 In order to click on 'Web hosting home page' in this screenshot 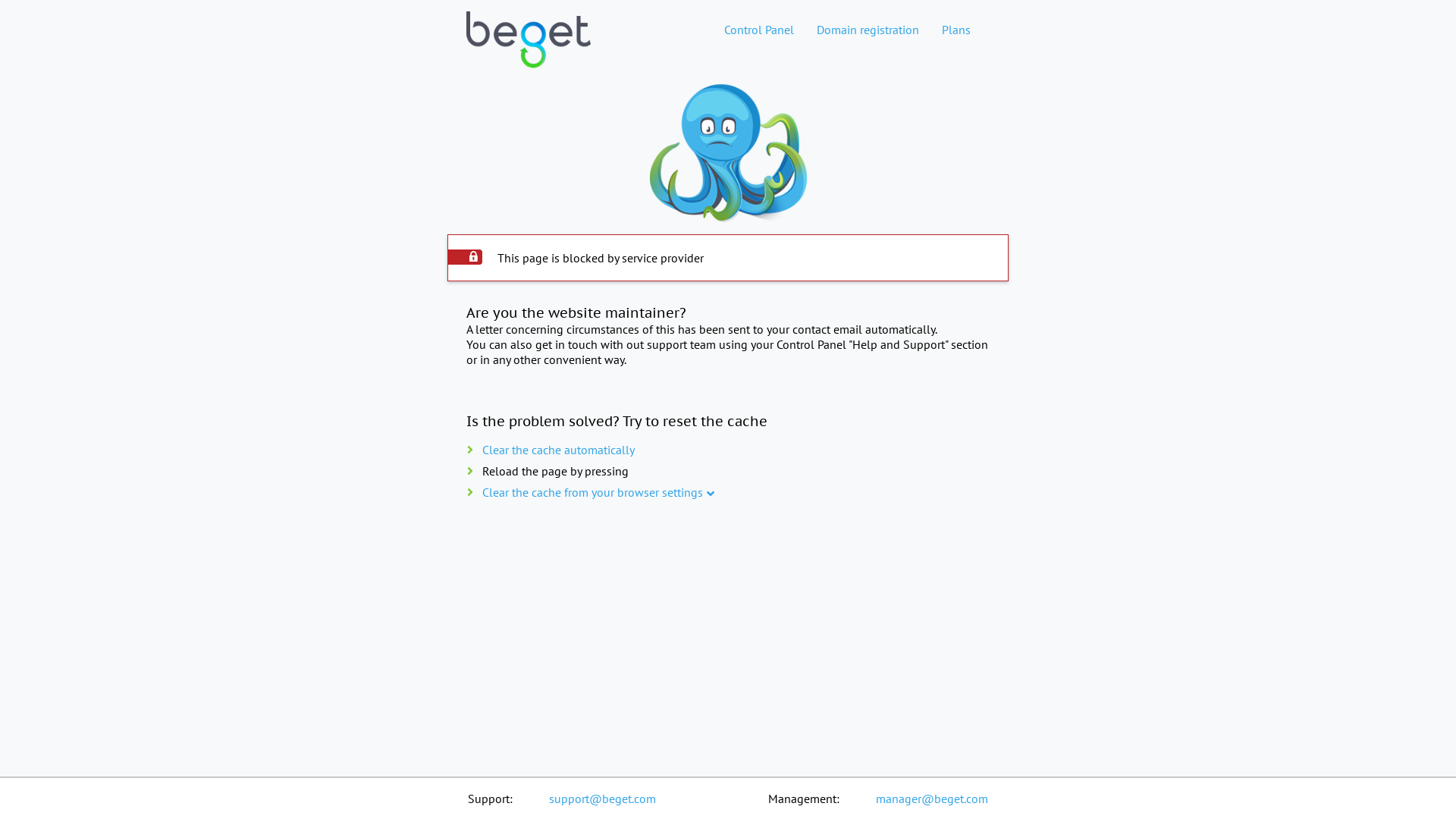, I will do `click(528, 52)`.